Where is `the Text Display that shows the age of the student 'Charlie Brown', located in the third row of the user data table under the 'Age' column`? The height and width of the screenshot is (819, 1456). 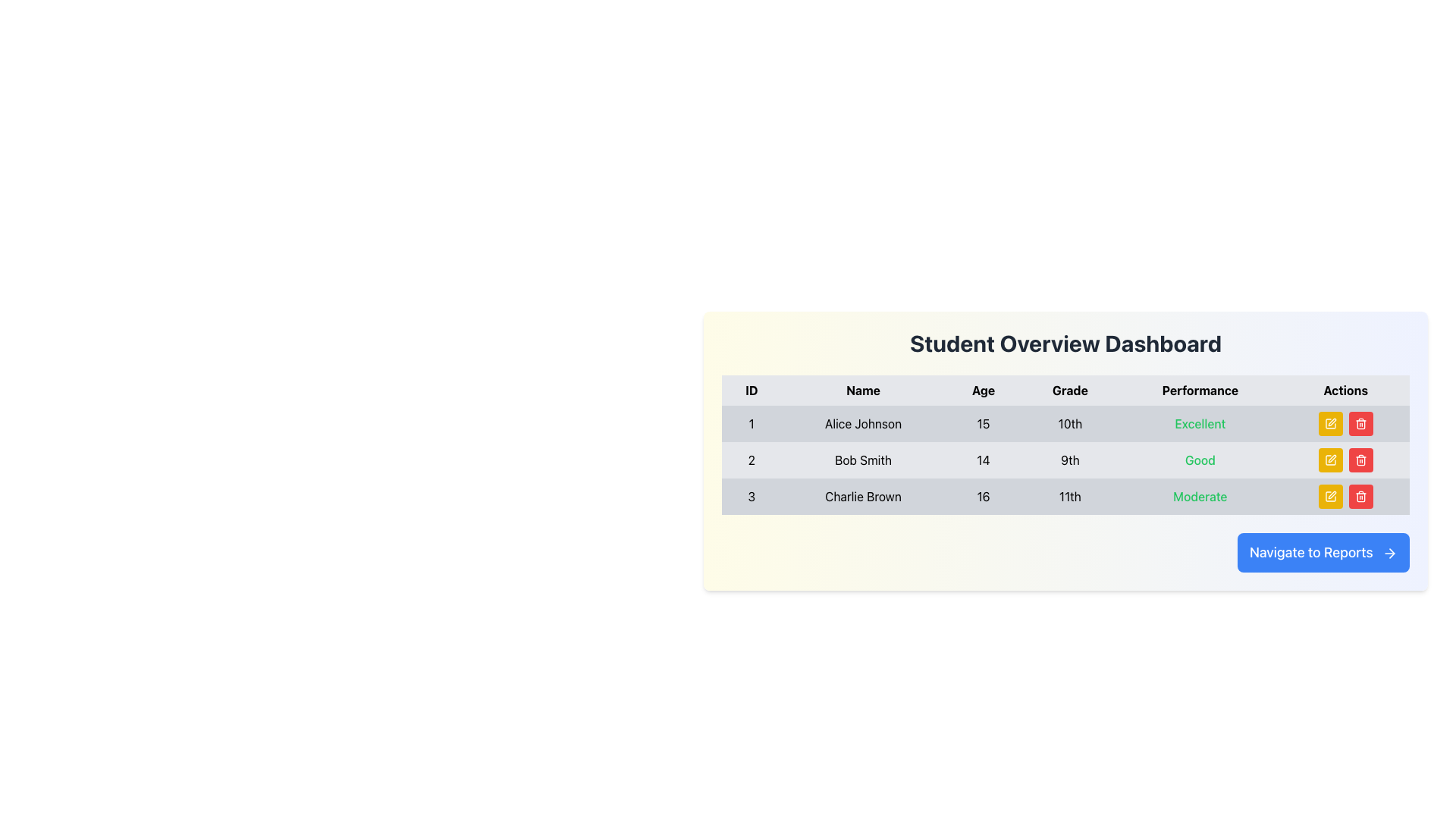 the Text Display that shows the age of the student 'Charlie Brown', located in the third row of the user data table under the 'Age' column is located at coordinates (983, 497).